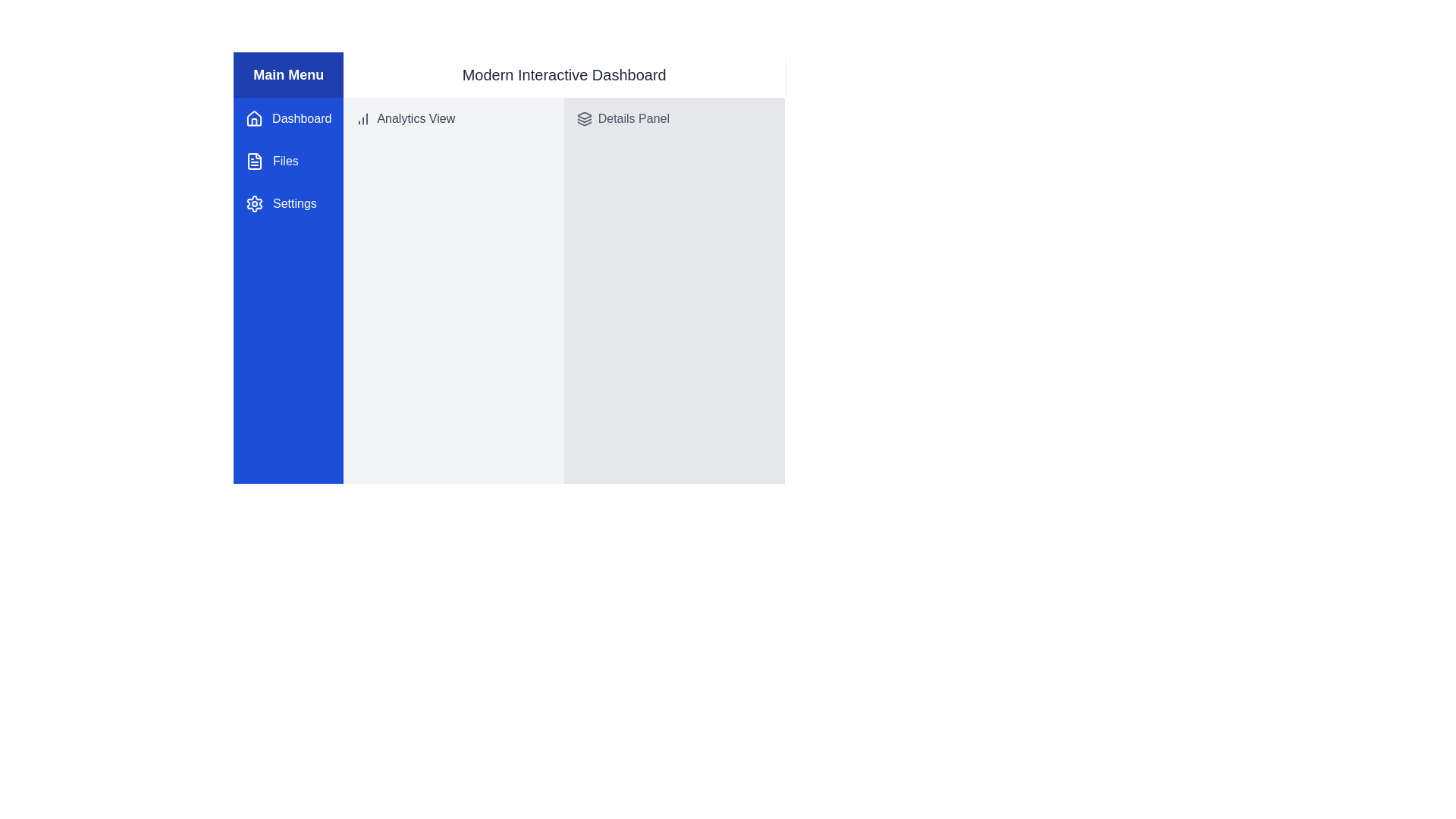 The height and width of the screenshot is (819, 1456). Describe the element at coordinates (255, 203) in the screenshot. I see `the settings icon located to the left of the 'Settings' text label in the main menu on the left sidebar` at that location.